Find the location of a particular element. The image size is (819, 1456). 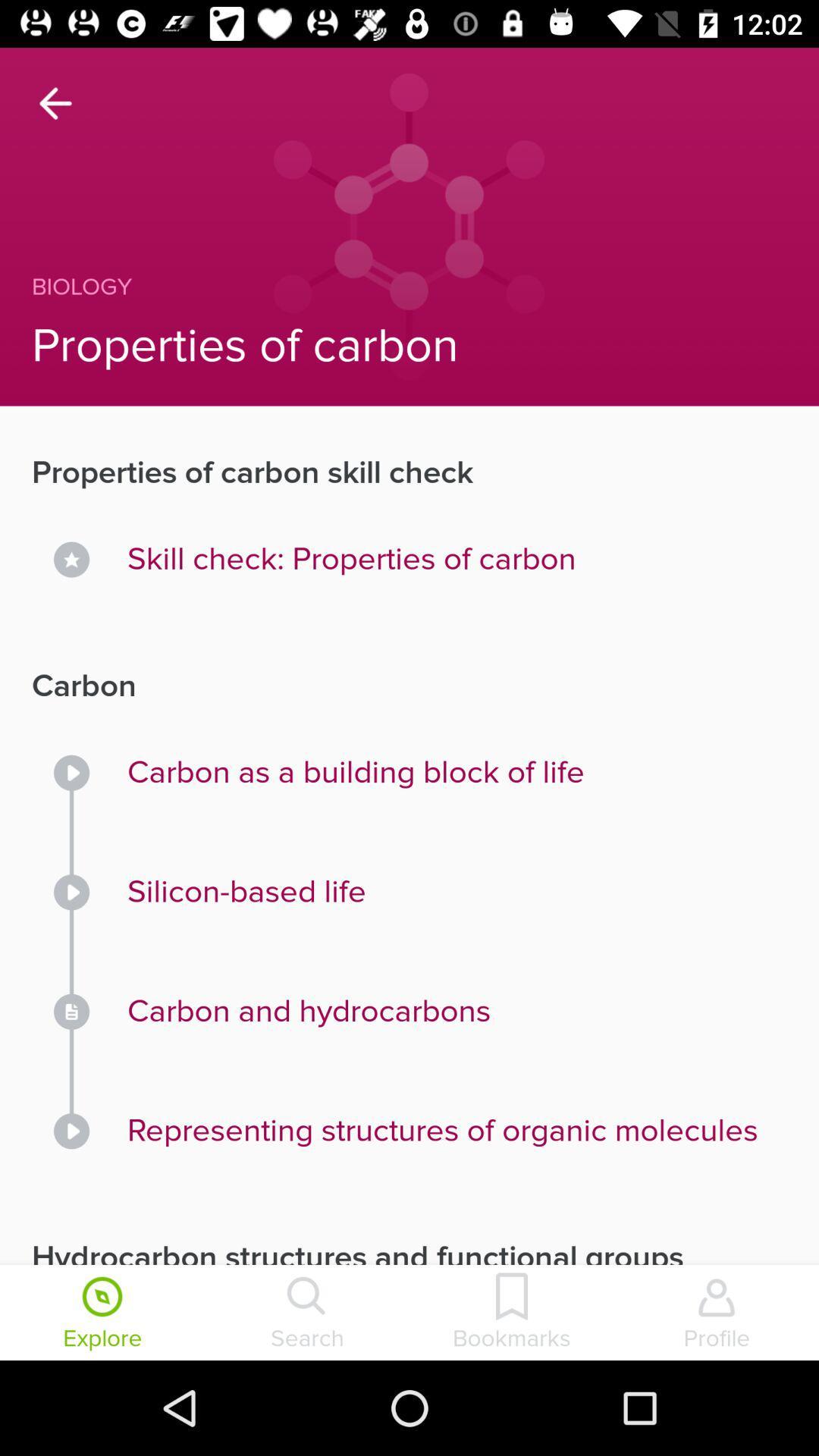

icon next to the bookmarks item is located at coordinates (717, 1313).